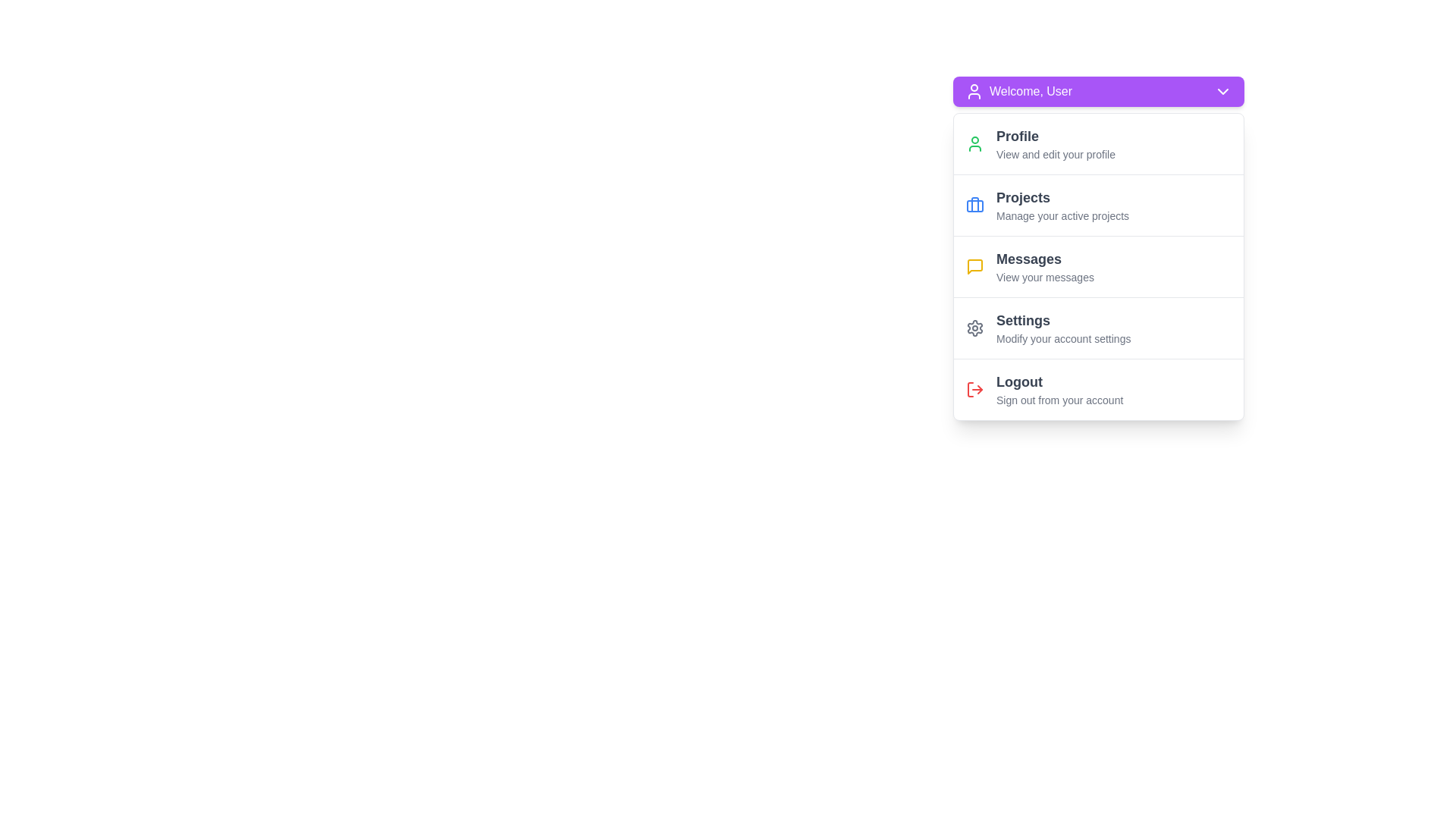 The image size is (1456, 819). Describe the element at coordinates (975, 265) in the screenshot. I see `the 'Messages' icon located to the left of the text label in the third row of the vertical menu, which represents communication-related actions` at that location.